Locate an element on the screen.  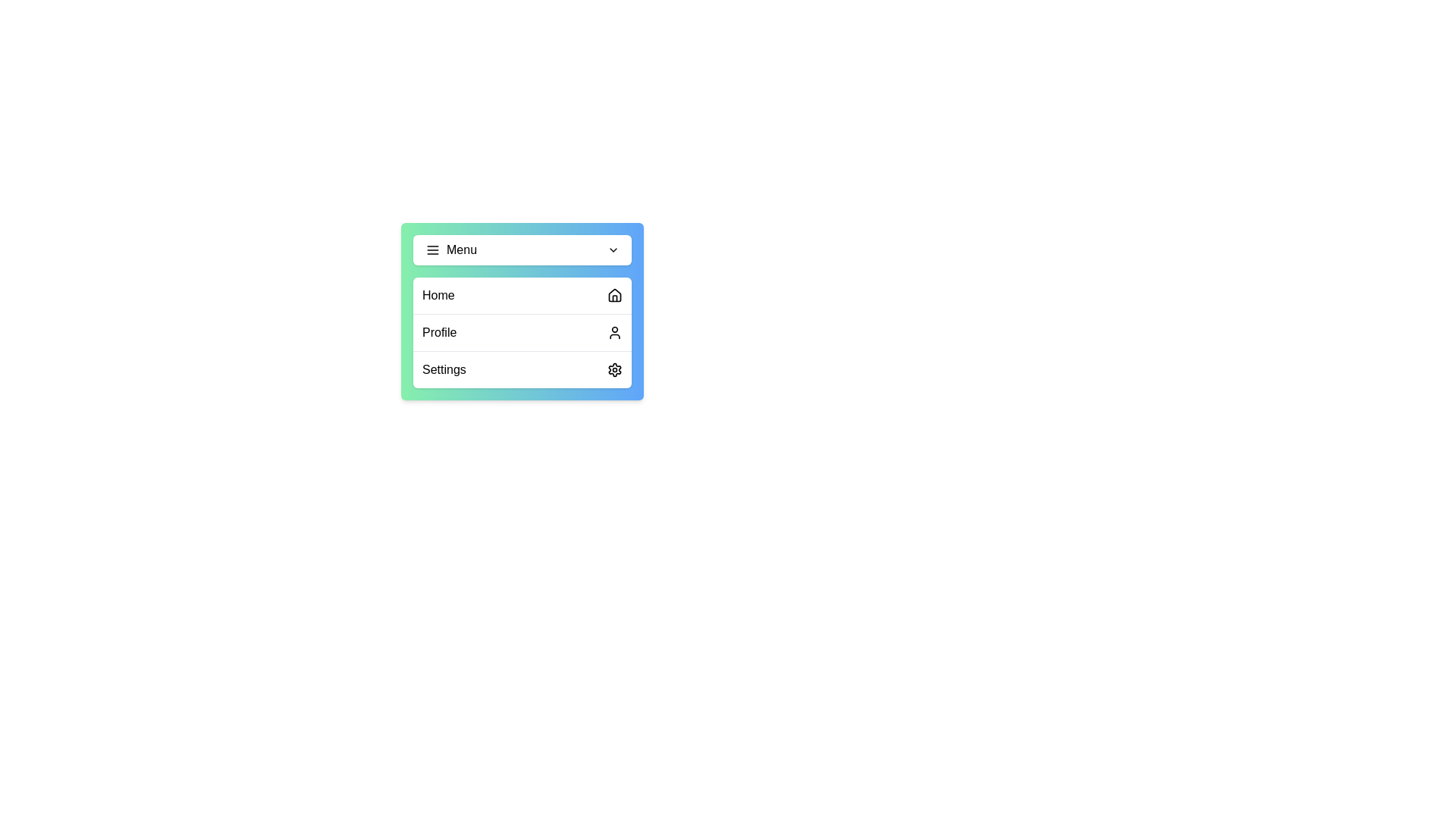
the 'Profile' option in the menu is located at coordinates (522, 331).